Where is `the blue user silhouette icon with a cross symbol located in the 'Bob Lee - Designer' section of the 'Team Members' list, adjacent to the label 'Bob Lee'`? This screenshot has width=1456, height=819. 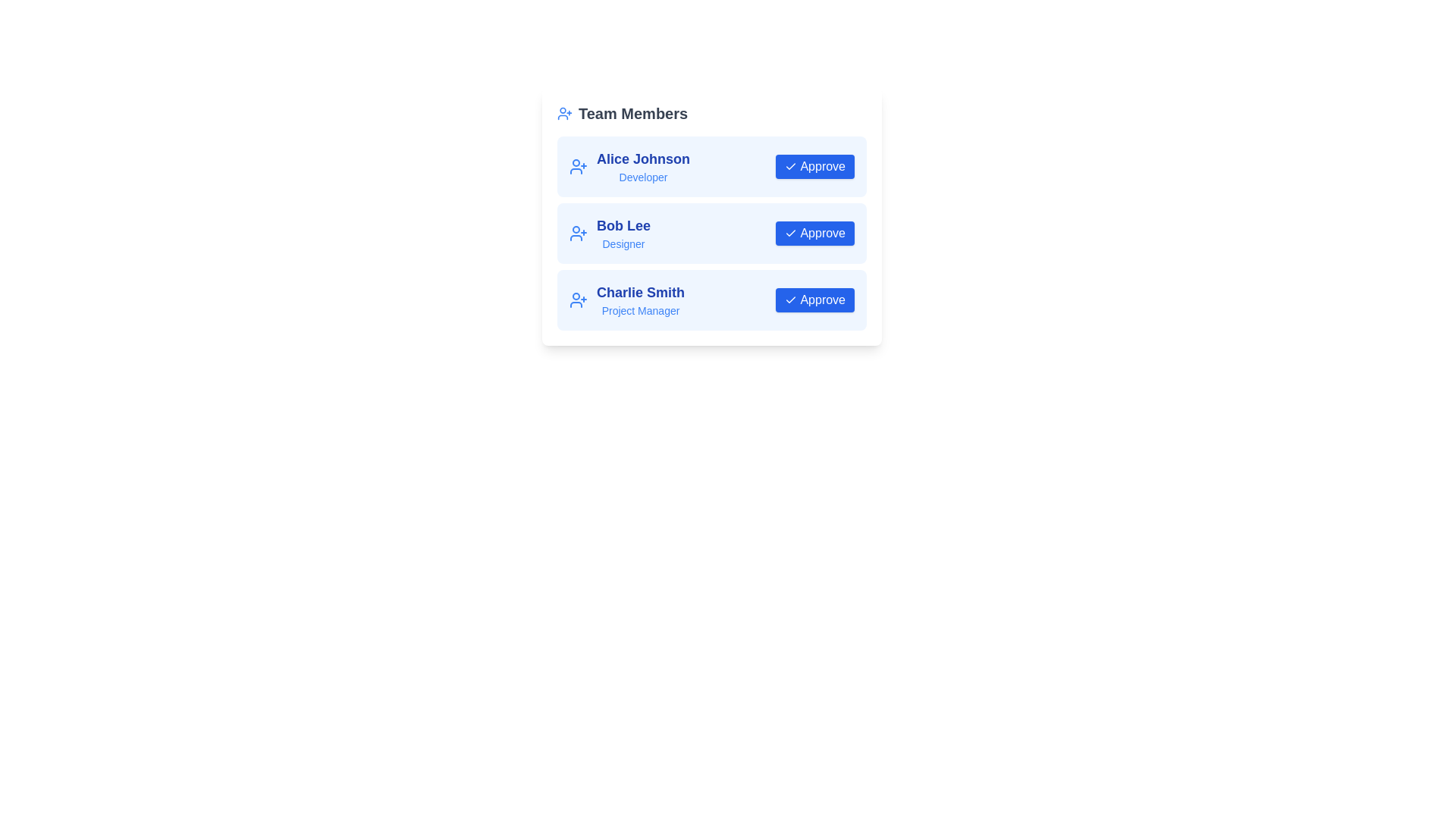 the blue user silhouette icon with a cross symbol located in the 'Bob Lee - Designer' section of the 'Team Members' list, adjacent to the label 'Bob Lee' is located at coordinates (578, 234).